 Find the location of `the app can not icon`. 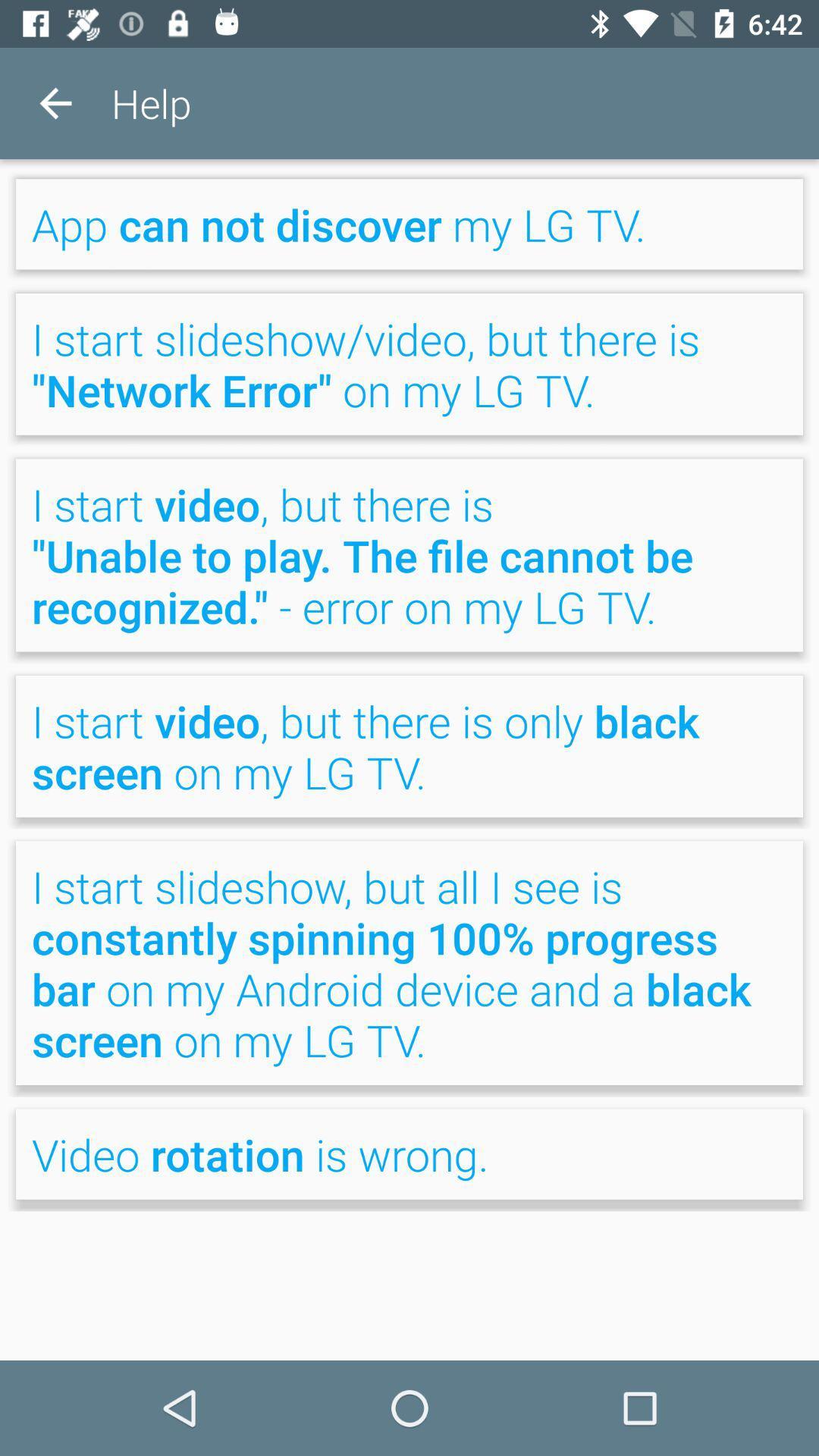

the app can not icon is located at coordinates (409, 223).